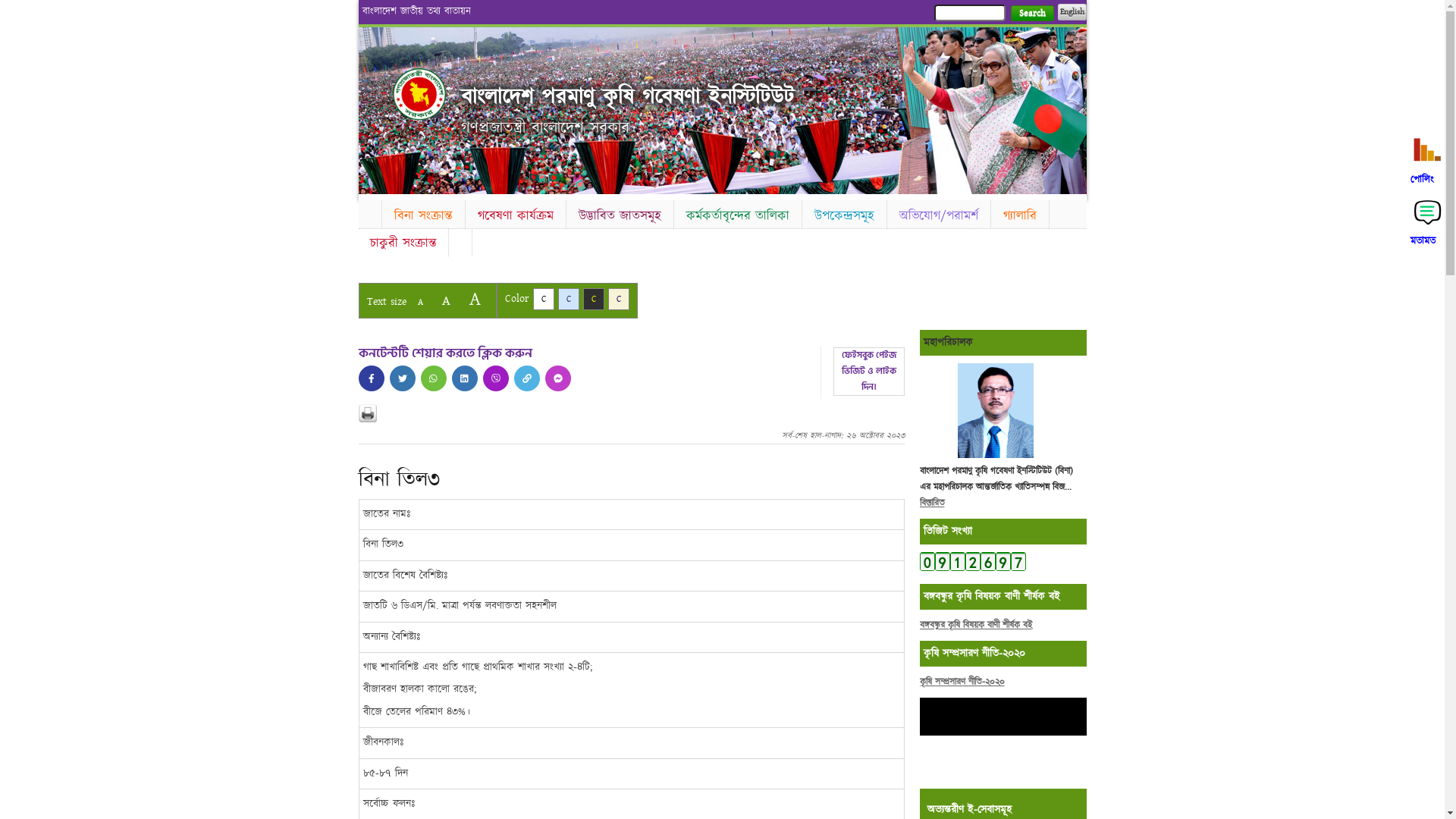 The image size is (1456, 819). I want to click on 'English', so click(1070, 11).